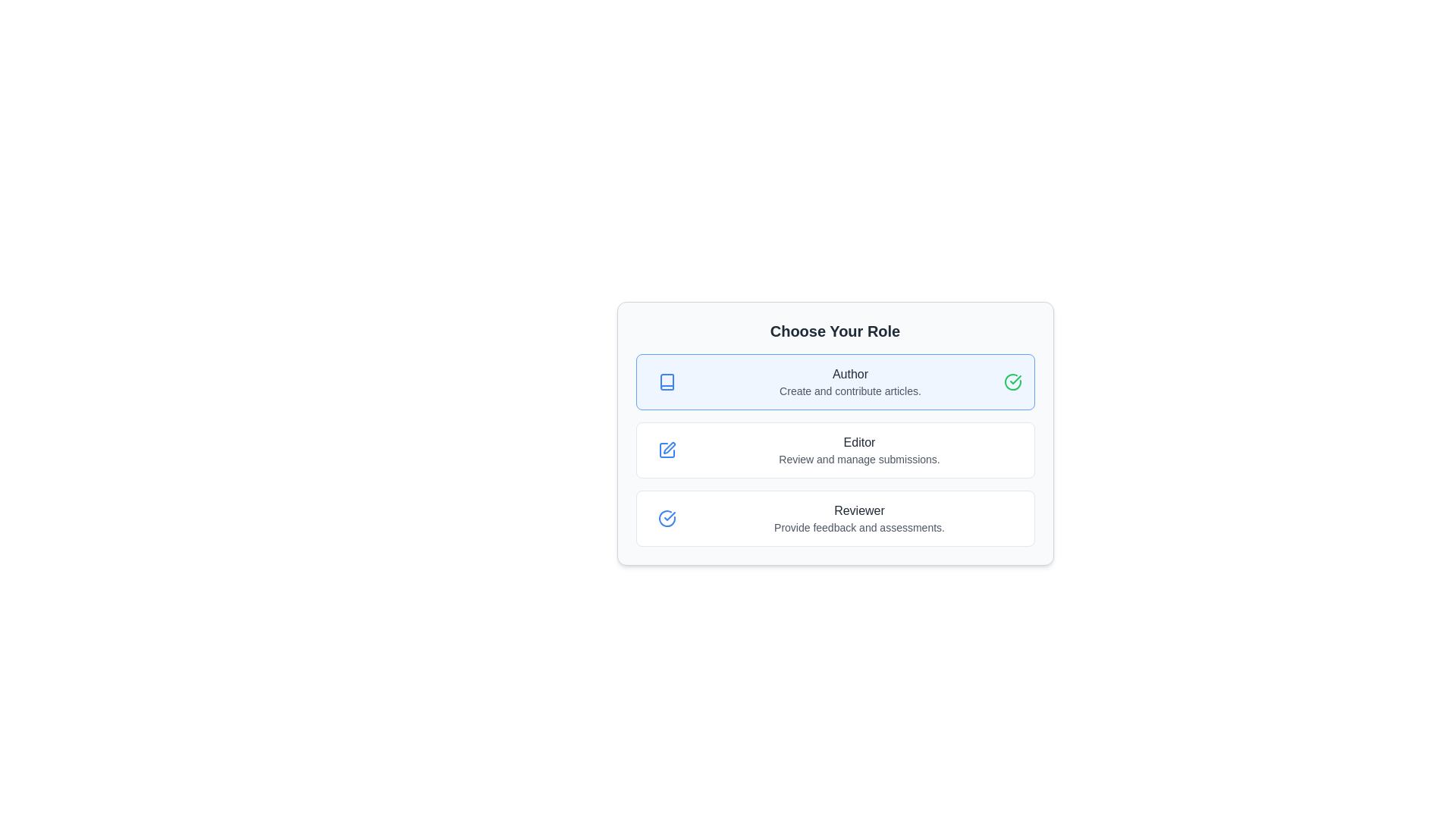 This screenshot has width=1456, height=819. Describe the element at coordinates (834, 381) in the screenshot. I see `the 'Author' Selection card in the role selection list to trigger hover effects` at that location.